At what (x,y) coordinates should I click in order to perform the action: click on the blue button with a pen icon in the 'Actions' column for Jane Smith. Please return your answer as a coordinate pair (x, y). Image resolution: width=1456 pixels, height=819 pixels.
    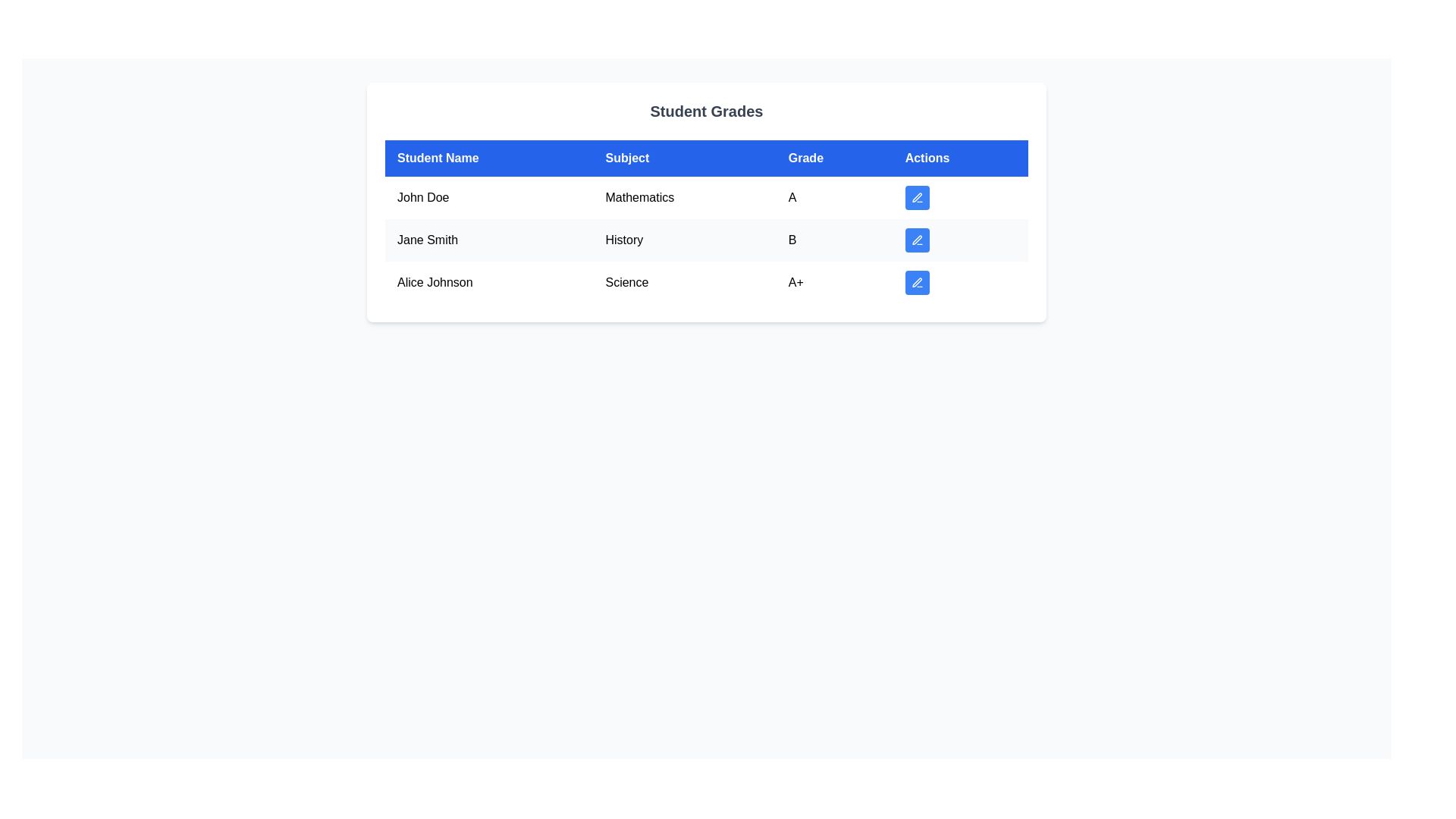
    Looking at the image, I should click on (959, 239).